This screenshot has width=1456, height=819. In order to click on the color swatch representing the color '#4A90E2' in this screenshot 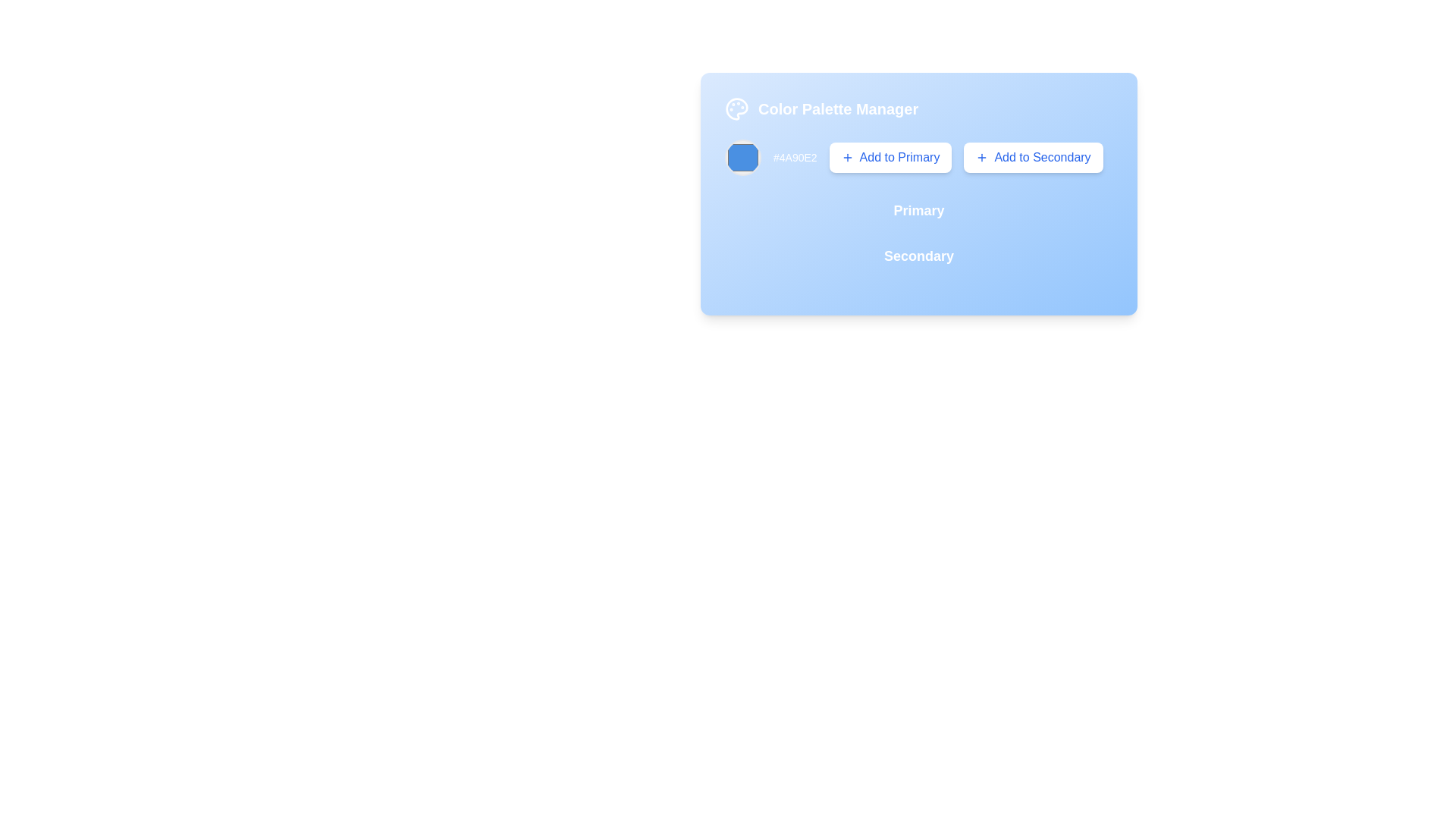, I will do `click(742, 158)`.